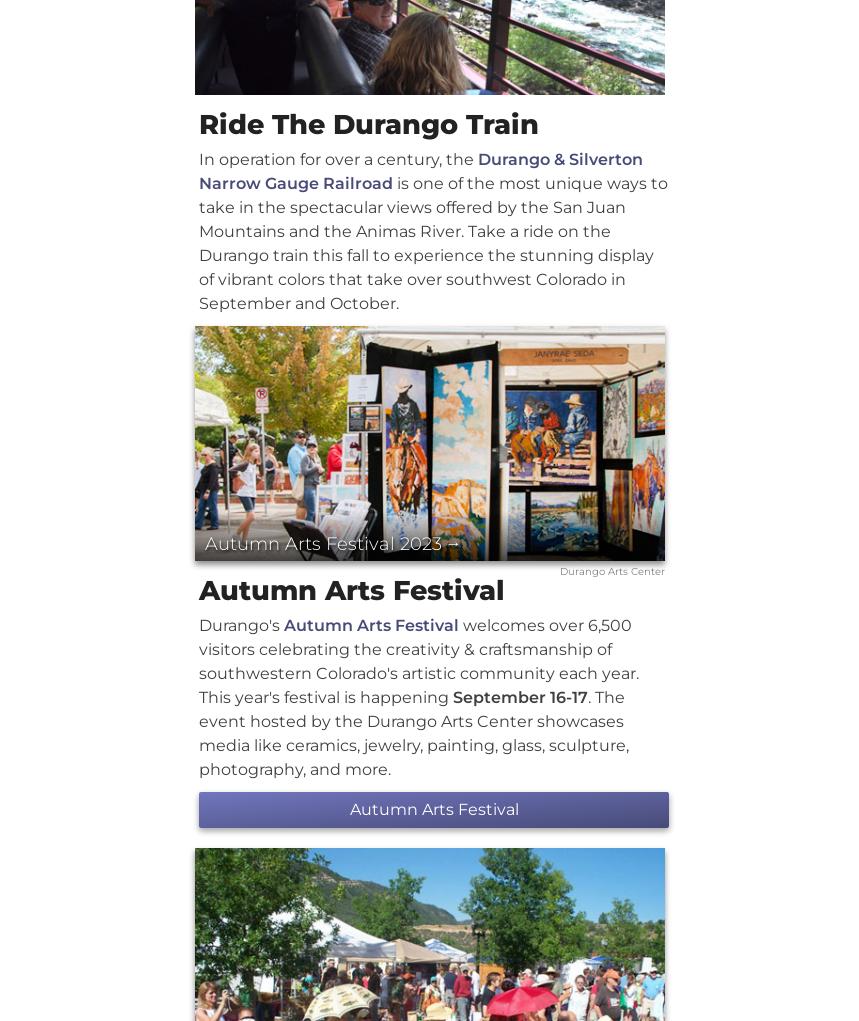 Image resolution: width=859 pixels, height=1021 pixels. What do you see at coordinates (322, 542) in the screenshot?
I see `'Autumn Arts Festival 2023'` at bounding box center [322, 542].